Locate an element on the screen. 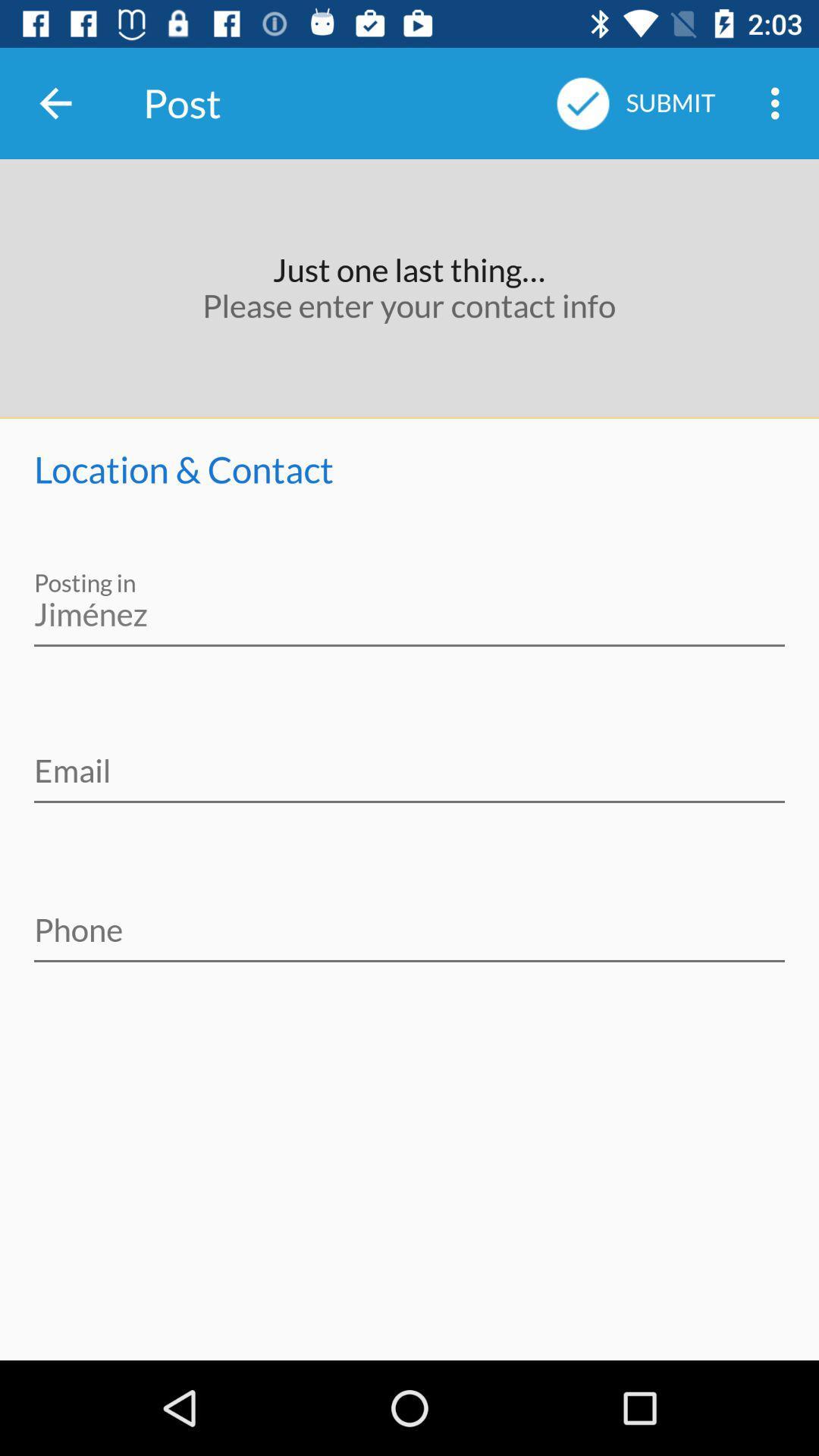 The width and height of the screenshot is (819, 1456). phone number is located at coordinates (409, 919).